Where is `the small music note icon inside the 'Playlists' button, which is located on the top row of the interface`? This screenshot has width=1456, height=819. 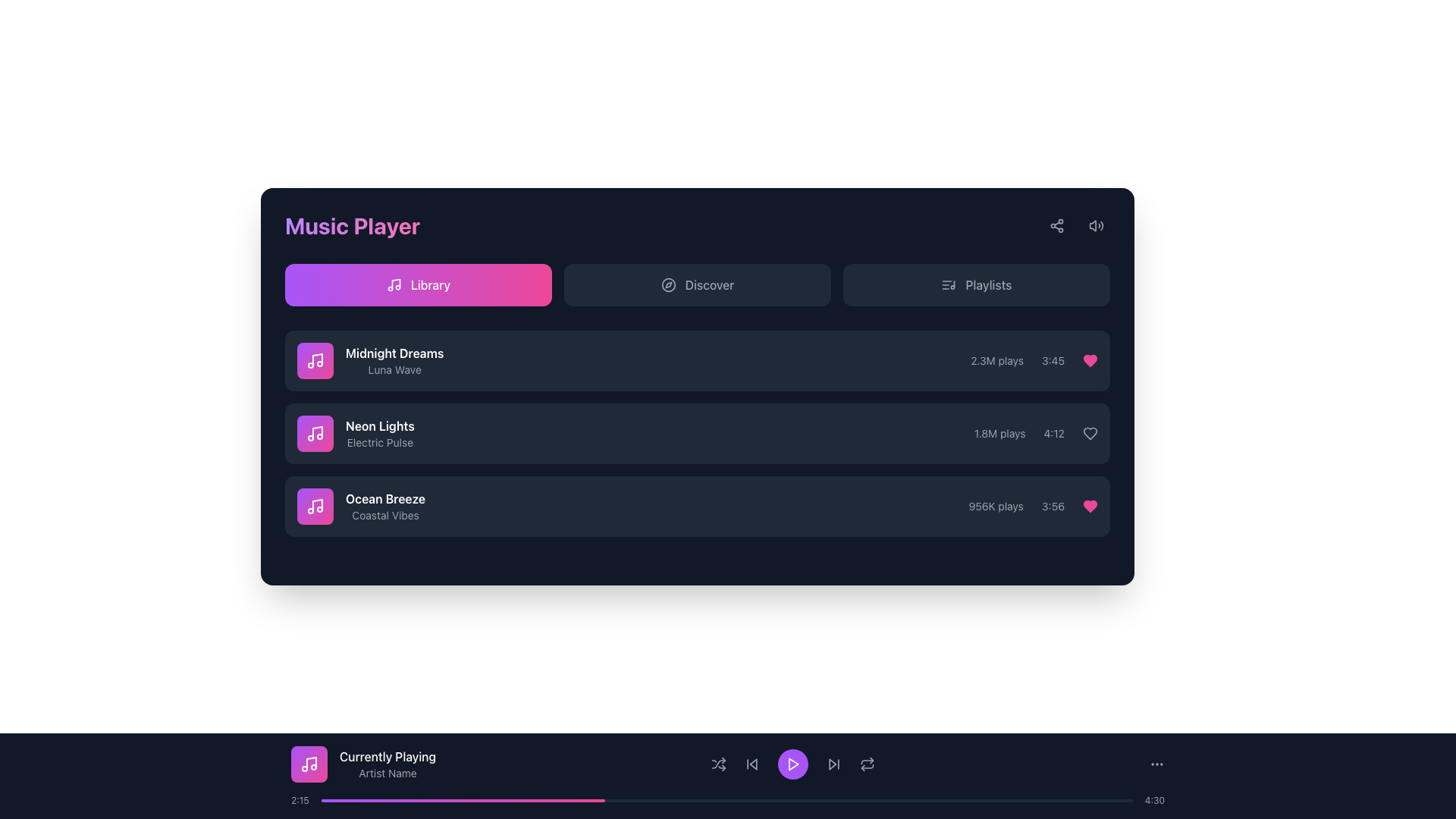
the small music note icon inside the 'Playlists' button, which is located on the top row of the interface is located at coordinates (948, 284).